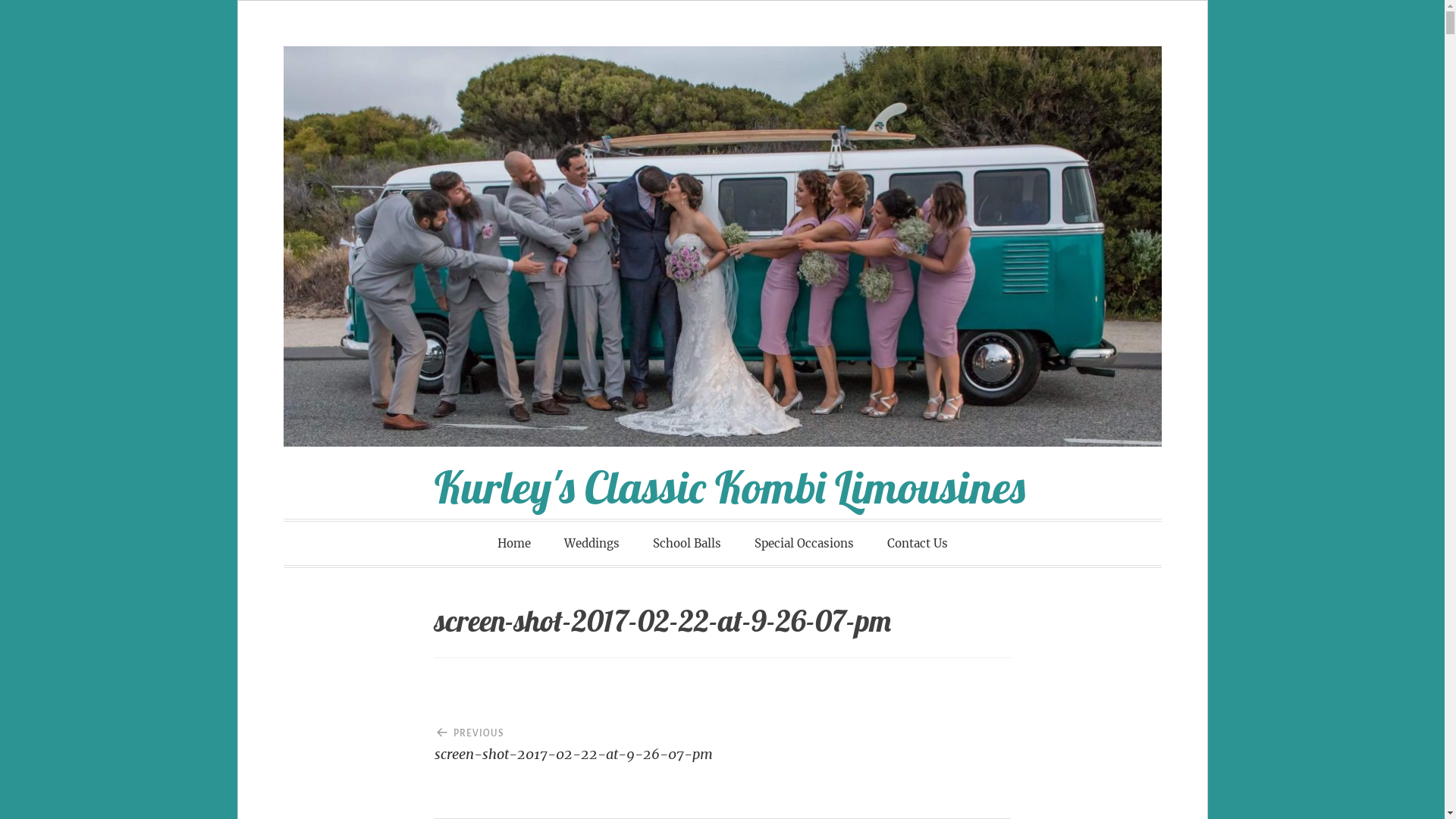 Image resolution: width=1456 pixels, height=819 pixels. Describe the element at coordinates (872, 542) in the screenshot. I see `'Contact Us'` at that location.